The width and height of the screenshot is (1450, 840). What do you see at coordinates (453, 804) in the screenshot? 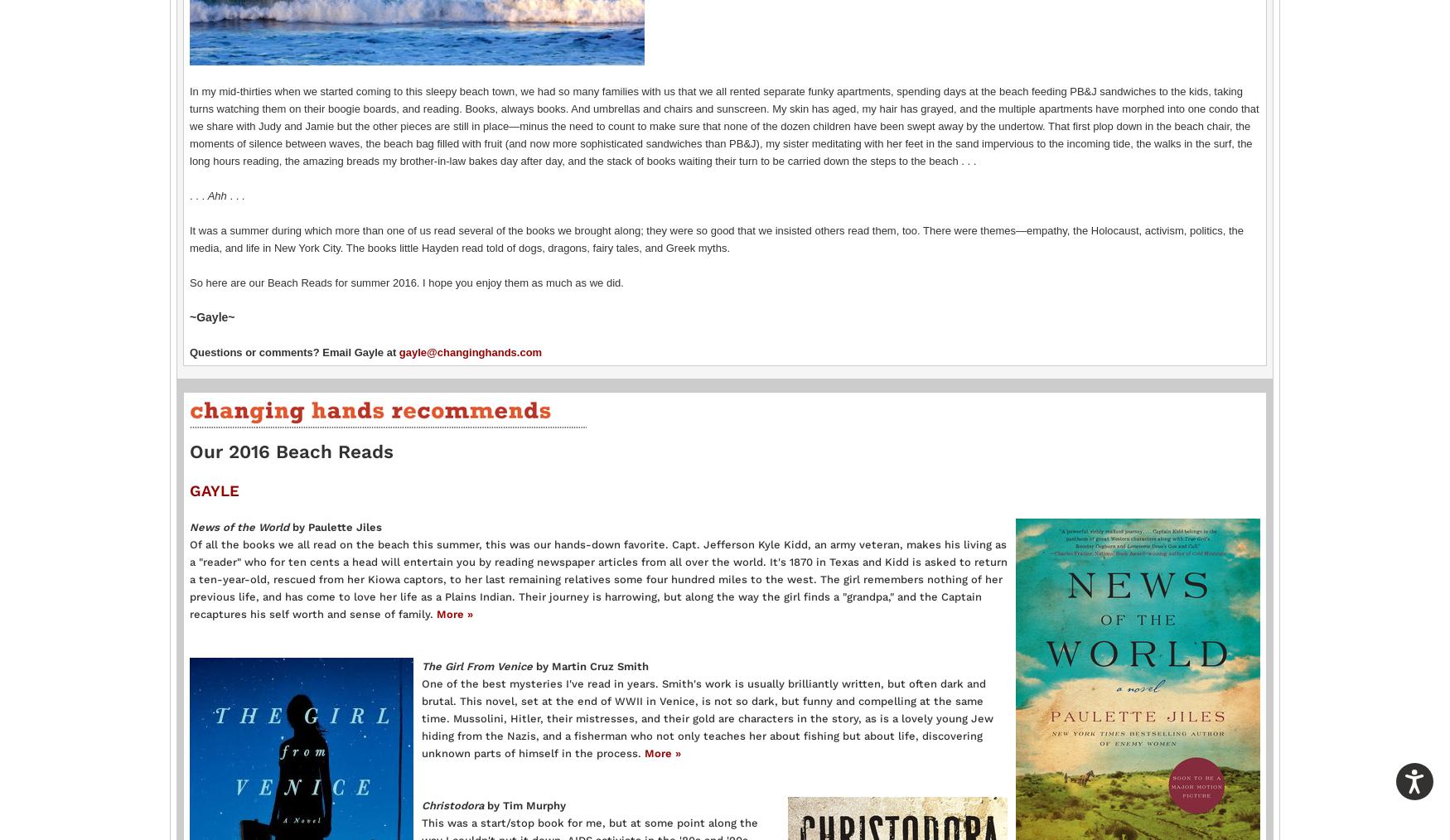
I see `'Christodora'` at bounding box center [453, 804].